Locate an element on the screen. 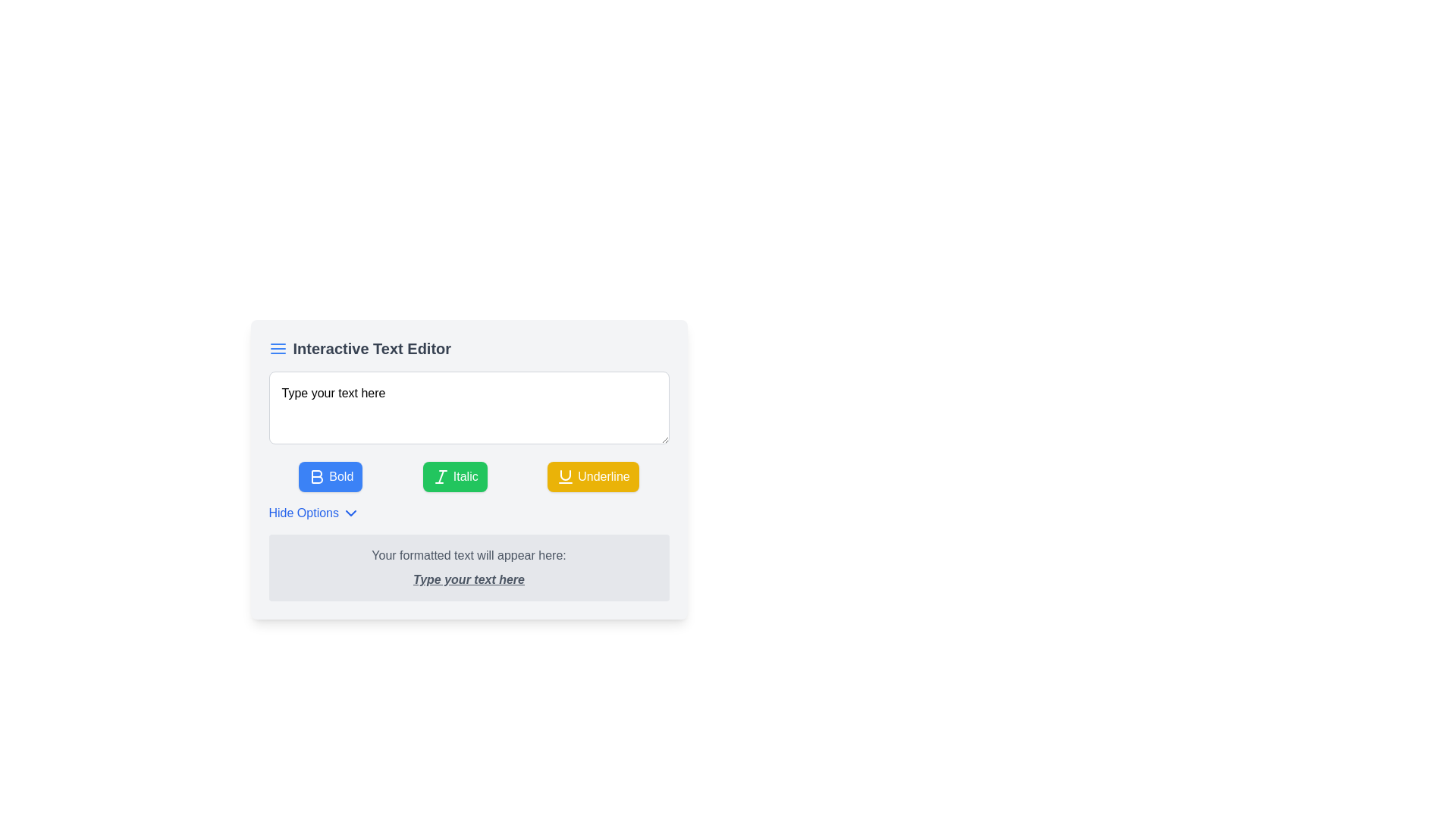 Image resolution: width=1456 pixels, height=819 pixels. displayed text from the Label or Display Box located at the bottom of the 'Interactive Text Editor' card, which shows formatted user input is located at coordinates (468, 567).